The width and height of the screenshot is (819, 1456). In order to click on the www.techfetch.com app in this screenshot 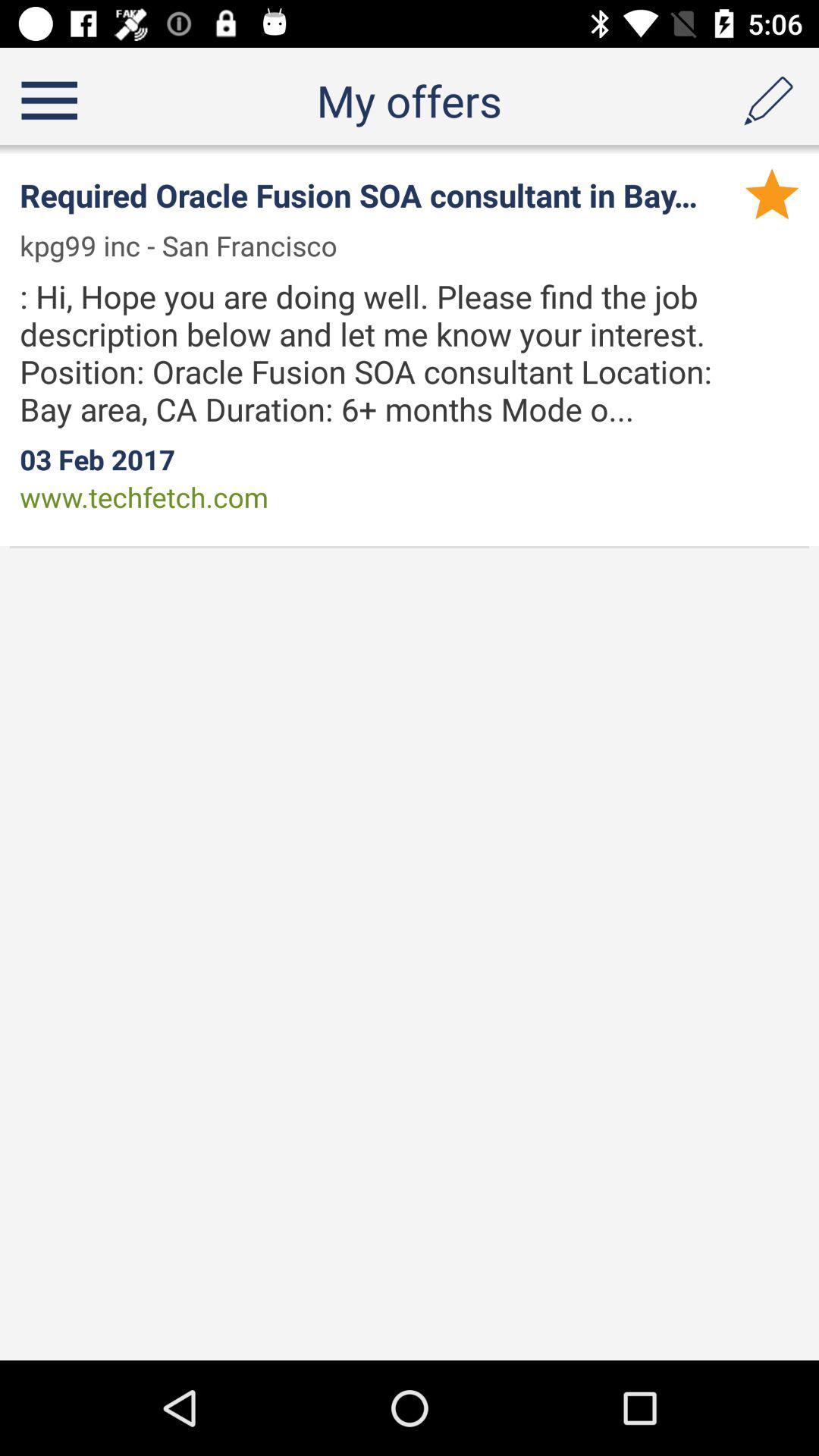, I will do `click(144, 497)`.